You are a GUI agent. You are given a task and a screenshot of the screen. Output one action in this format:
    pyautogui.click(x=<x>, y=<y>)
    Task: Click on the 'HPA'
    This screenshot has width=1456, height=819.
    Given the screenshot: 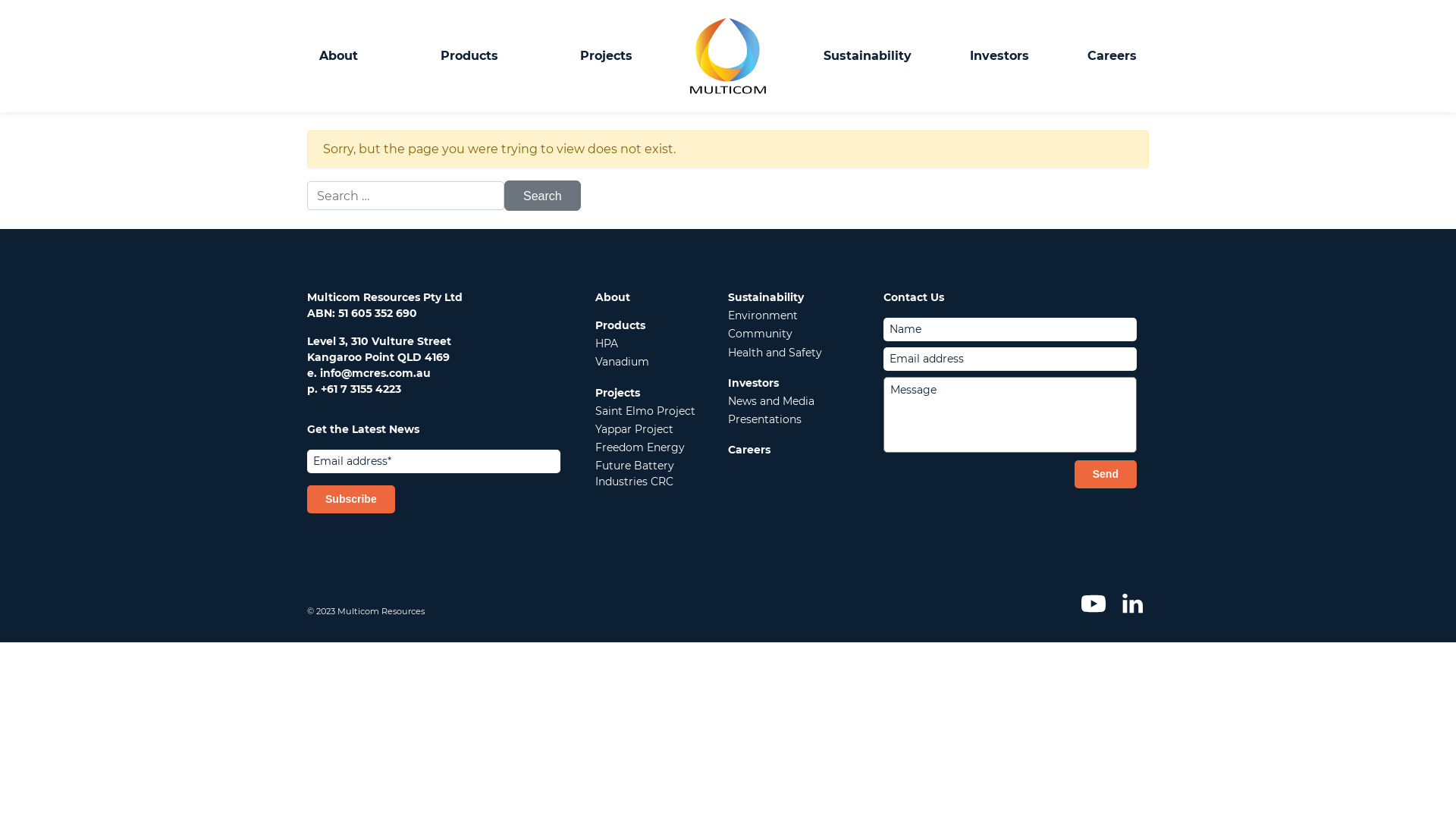 What is the action you would take?
    pyautogui.click(x=595, y=343)
    